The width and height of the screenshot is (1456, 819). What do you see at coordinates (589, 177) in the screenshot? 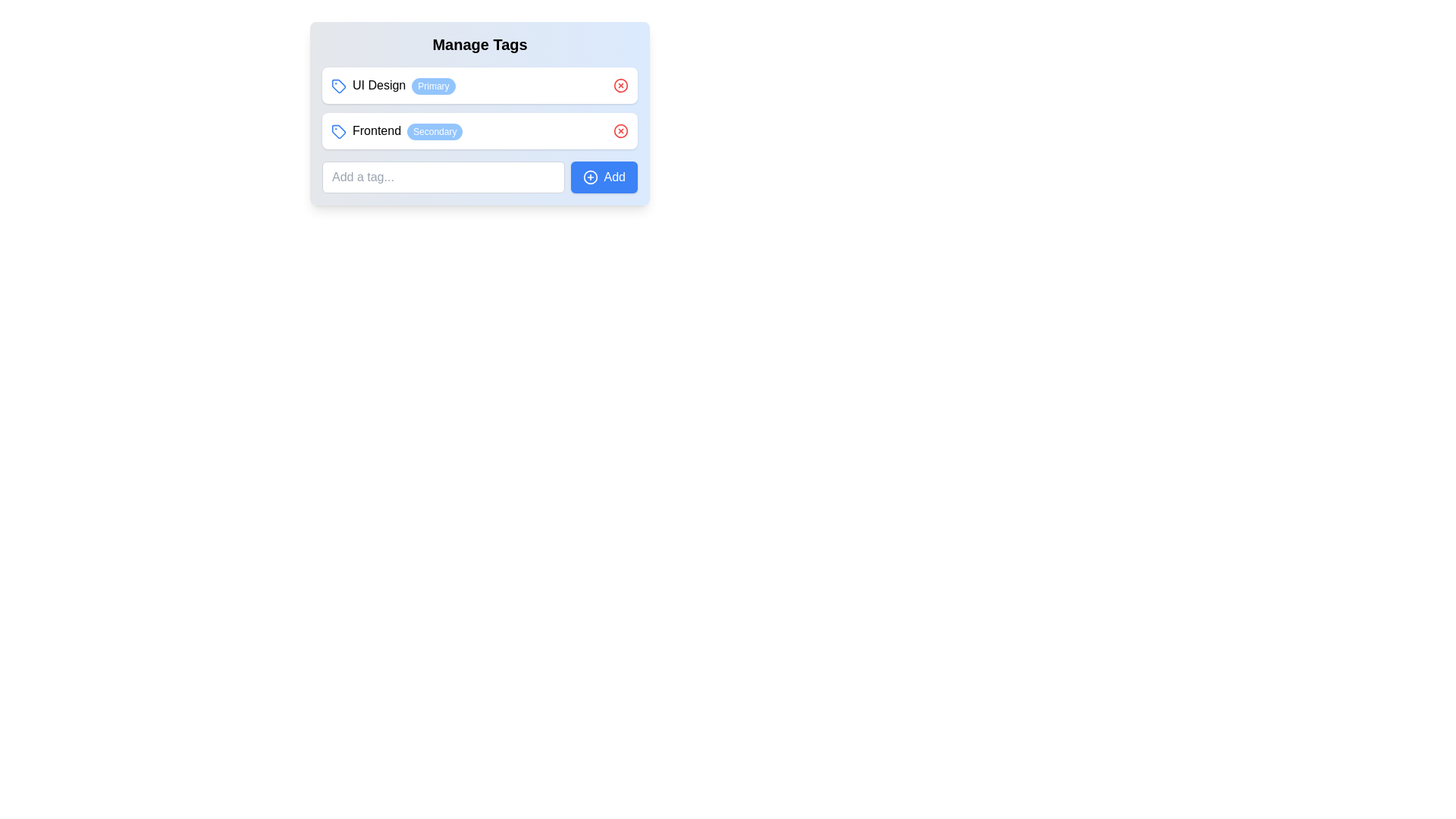
I see `the blue button labeled 'Add' which contains a circular icon with a plus sign, located at the bottom-right of the 'Manage Tags' component` at bounding box center [589, 177].